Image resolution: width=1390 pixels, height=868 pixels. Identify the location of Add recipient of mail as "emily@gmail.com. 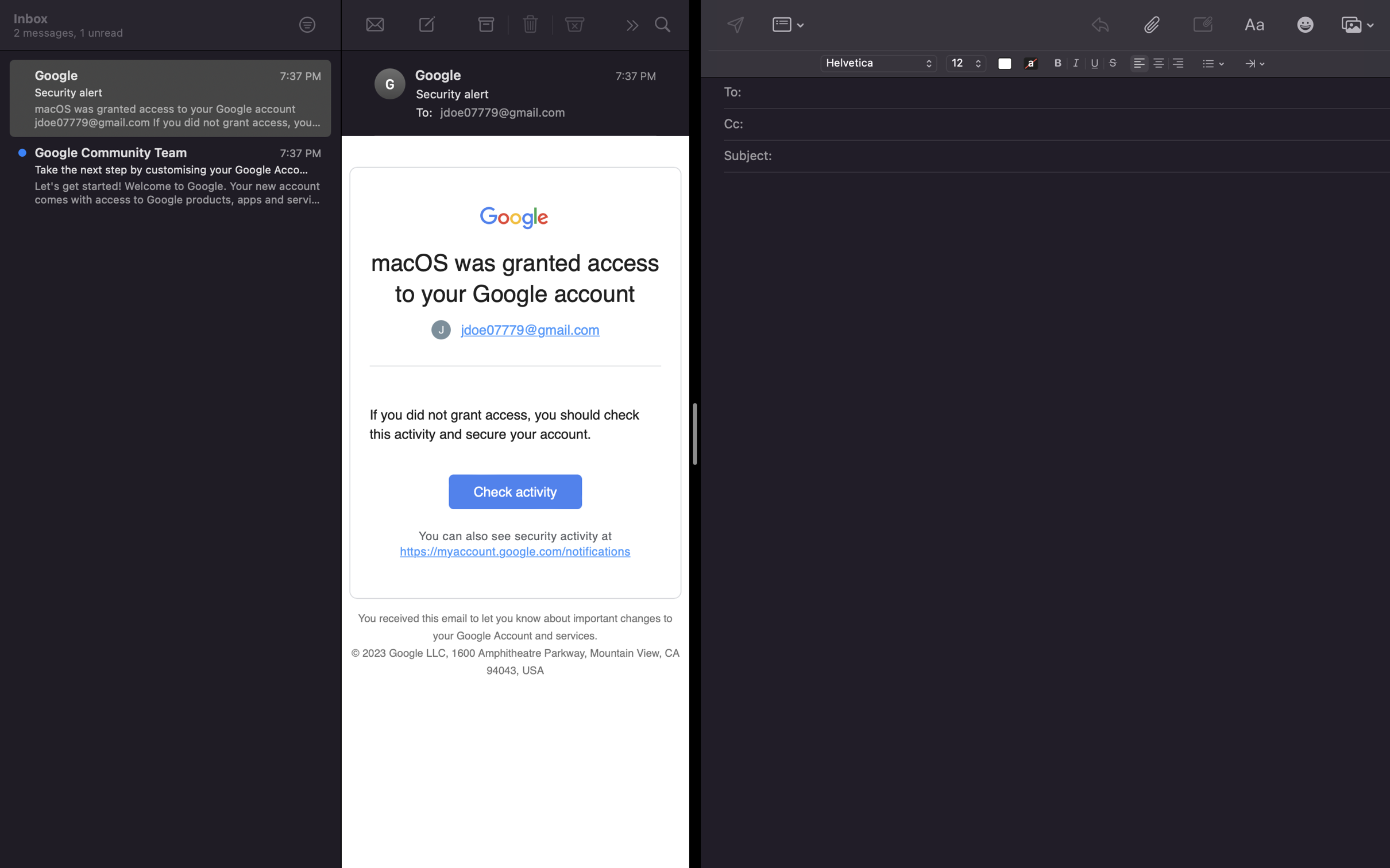
(1065, 93).